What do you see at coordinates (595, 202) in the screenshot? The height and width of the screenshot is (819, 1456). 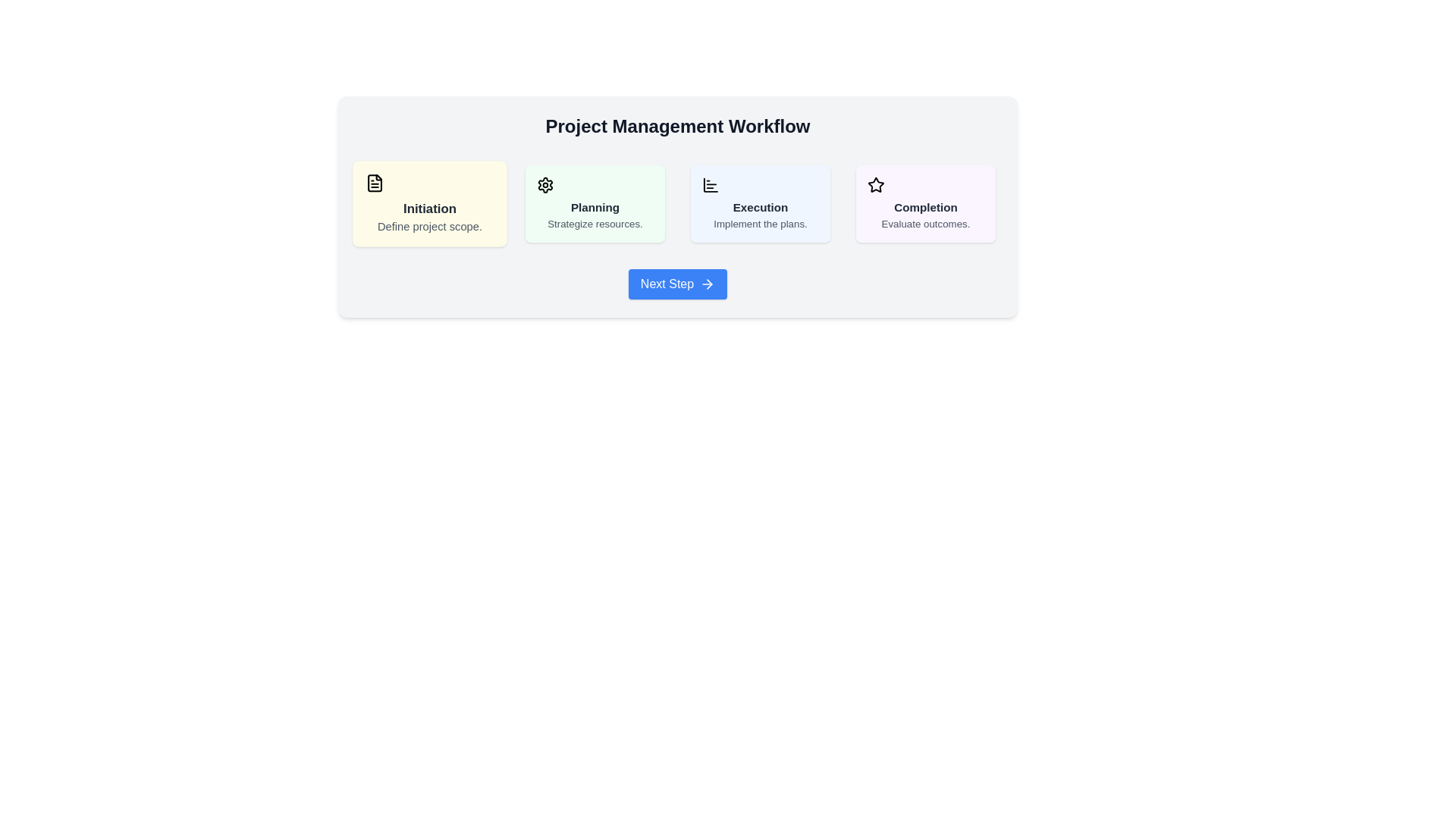 I see `the 'Planning' phase card in the Project Management Workflow` at bounding box center [595, 202].